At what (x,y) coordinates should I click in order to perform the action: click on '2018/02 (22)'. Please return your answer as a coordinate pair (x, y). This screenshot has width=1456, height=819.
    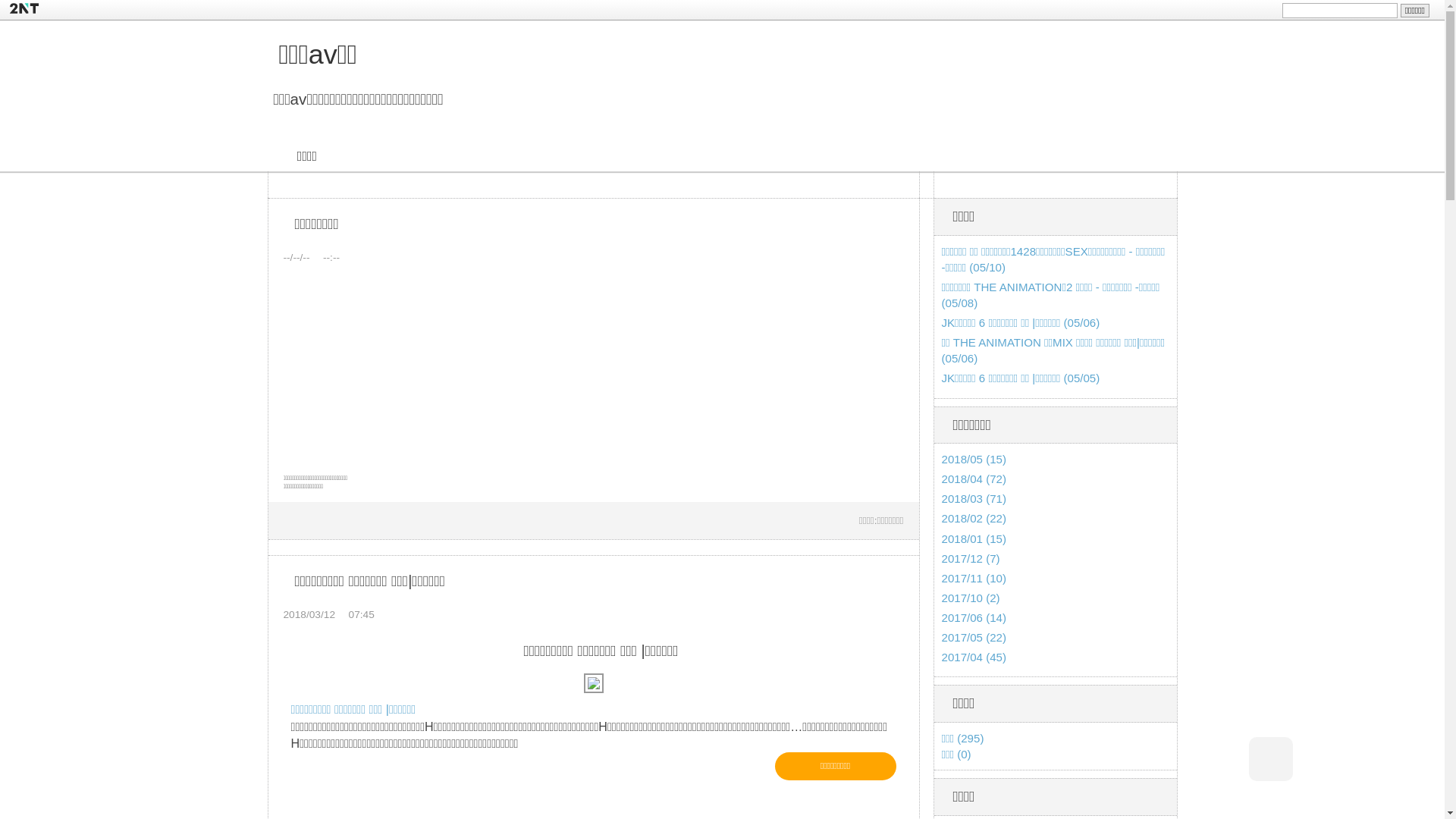
    Looking at the image, I should click on (974, 517).